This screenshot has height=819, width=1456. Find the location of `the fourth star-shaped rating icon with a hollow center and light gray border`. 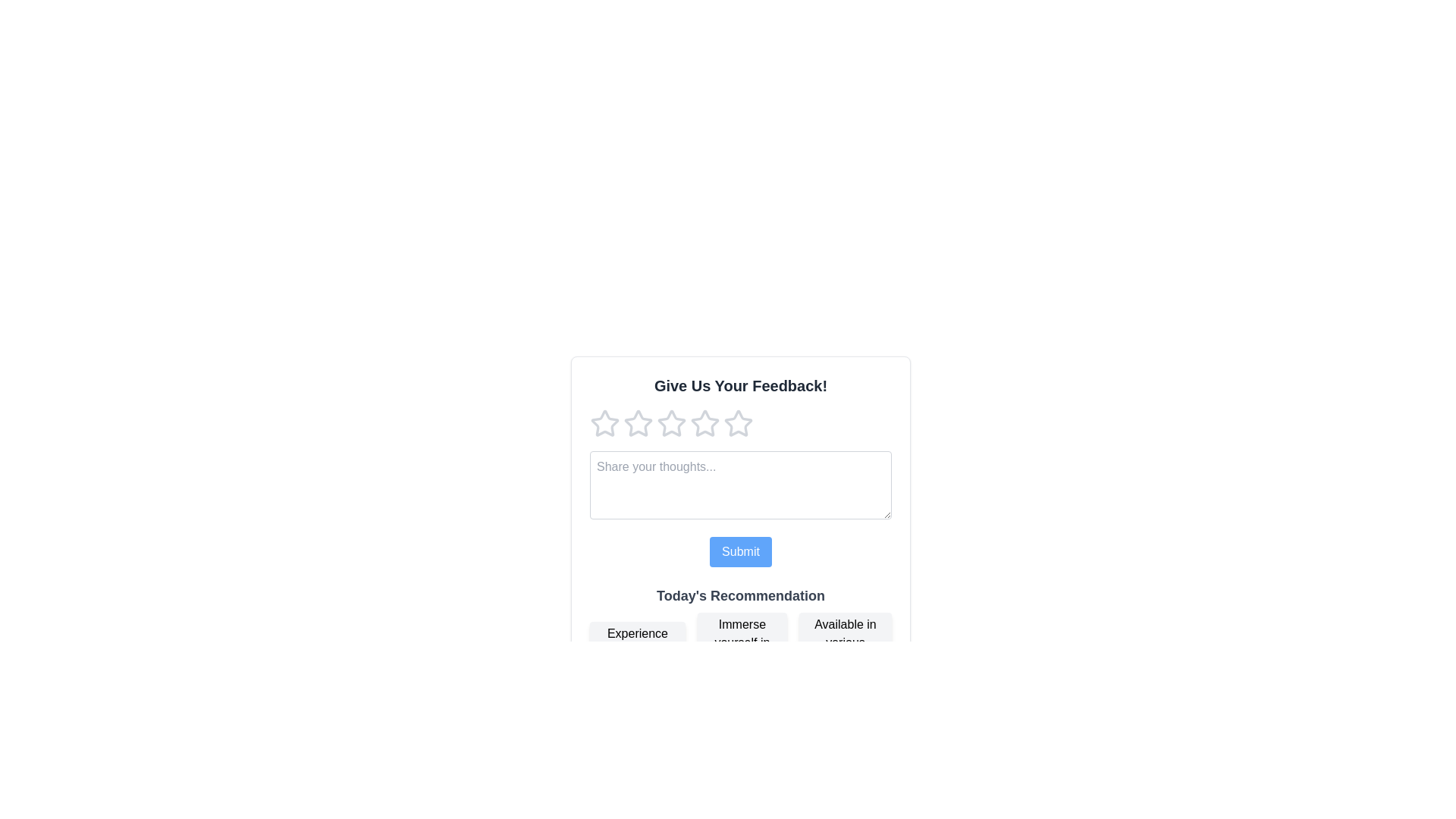

the fourth star-shaped rating icon with a hollow center and light gray border is located at coordinates (671, 424).